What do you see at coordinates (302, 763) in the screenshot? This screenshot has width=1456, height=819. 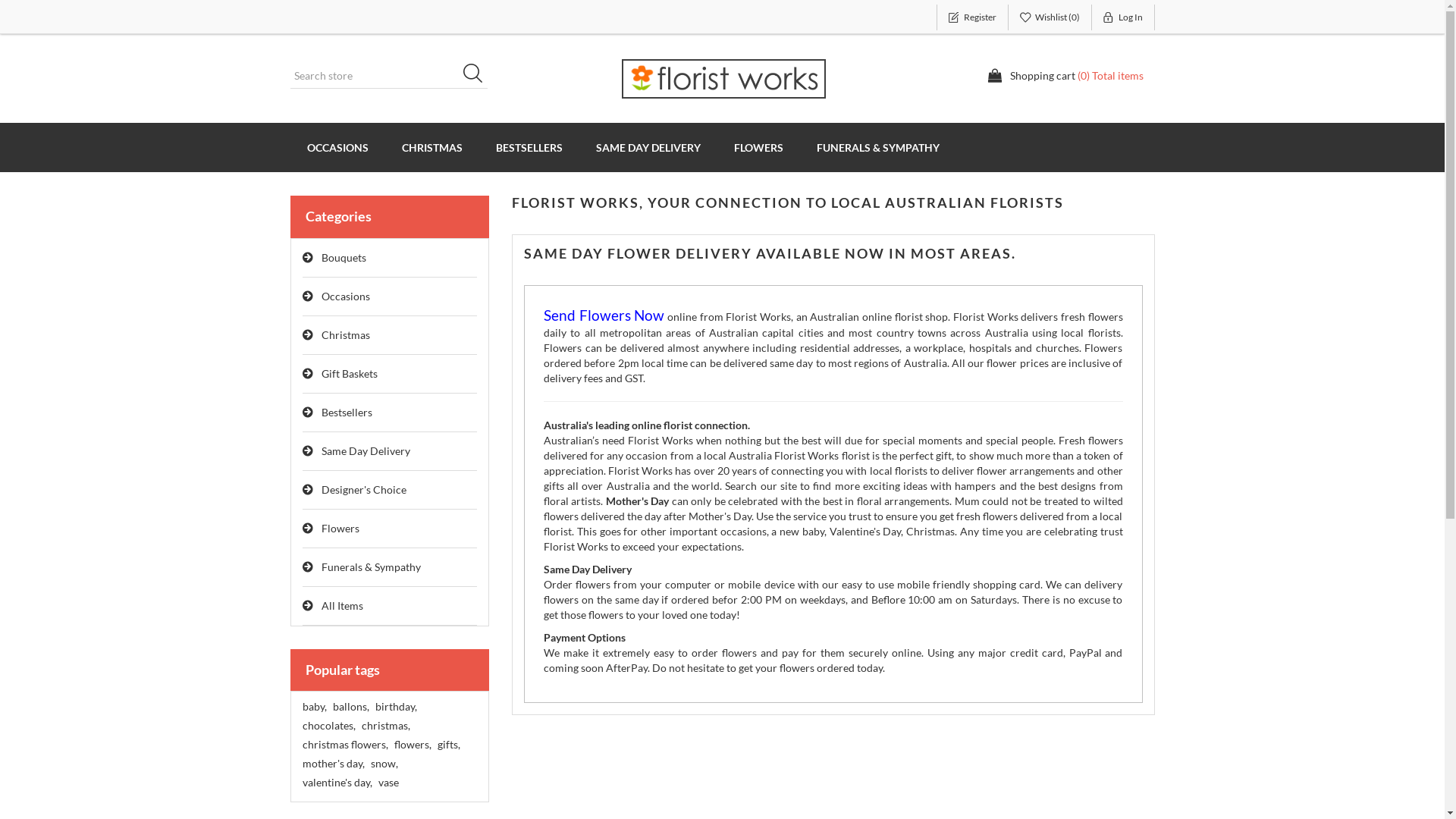 I see `'mother's day,'` at bounding box center [302, 763].